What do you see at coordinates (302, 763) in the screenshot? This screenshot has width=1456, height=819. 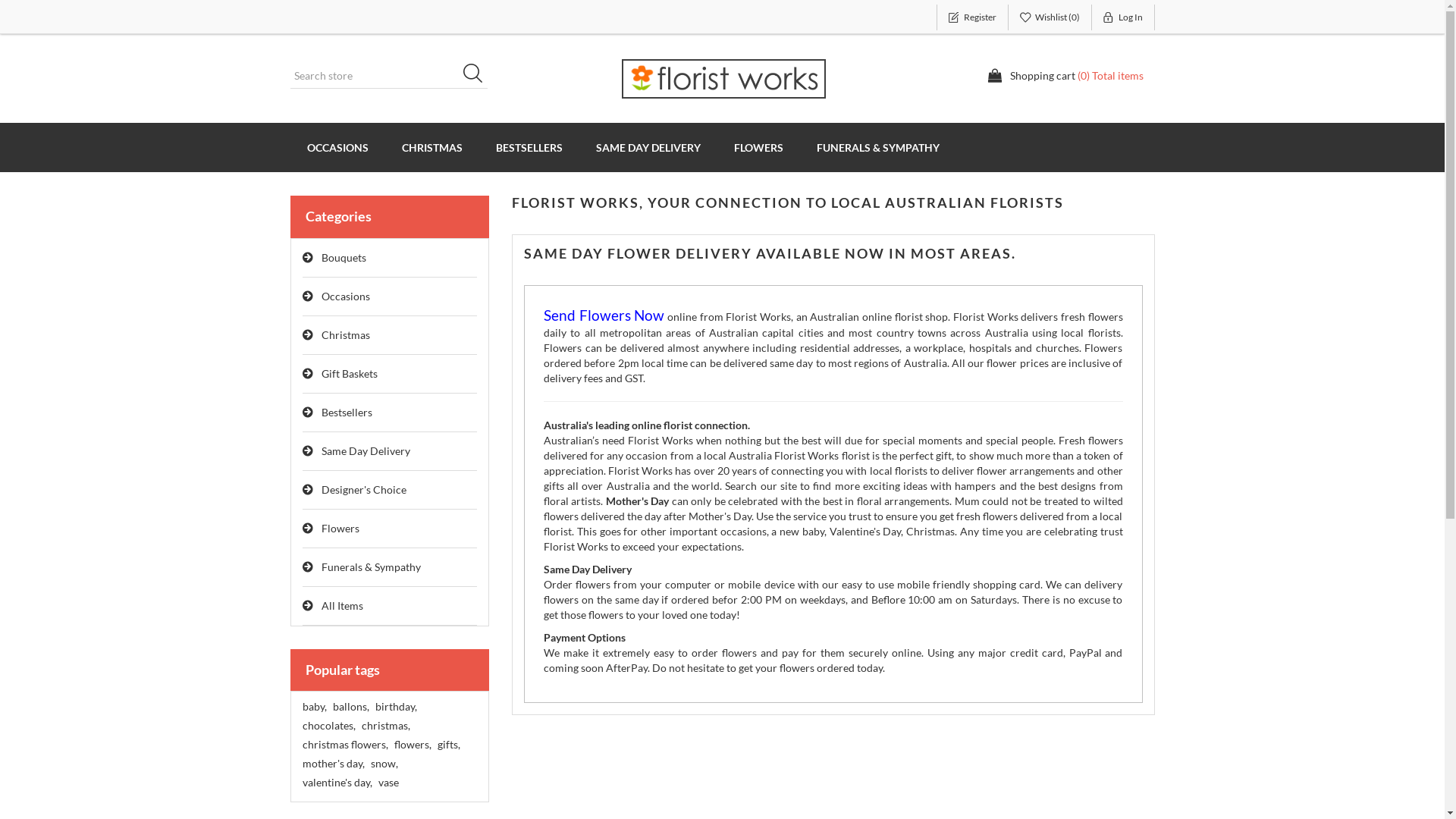 I see `'mother's day,'` at bounding box center [302, 763].